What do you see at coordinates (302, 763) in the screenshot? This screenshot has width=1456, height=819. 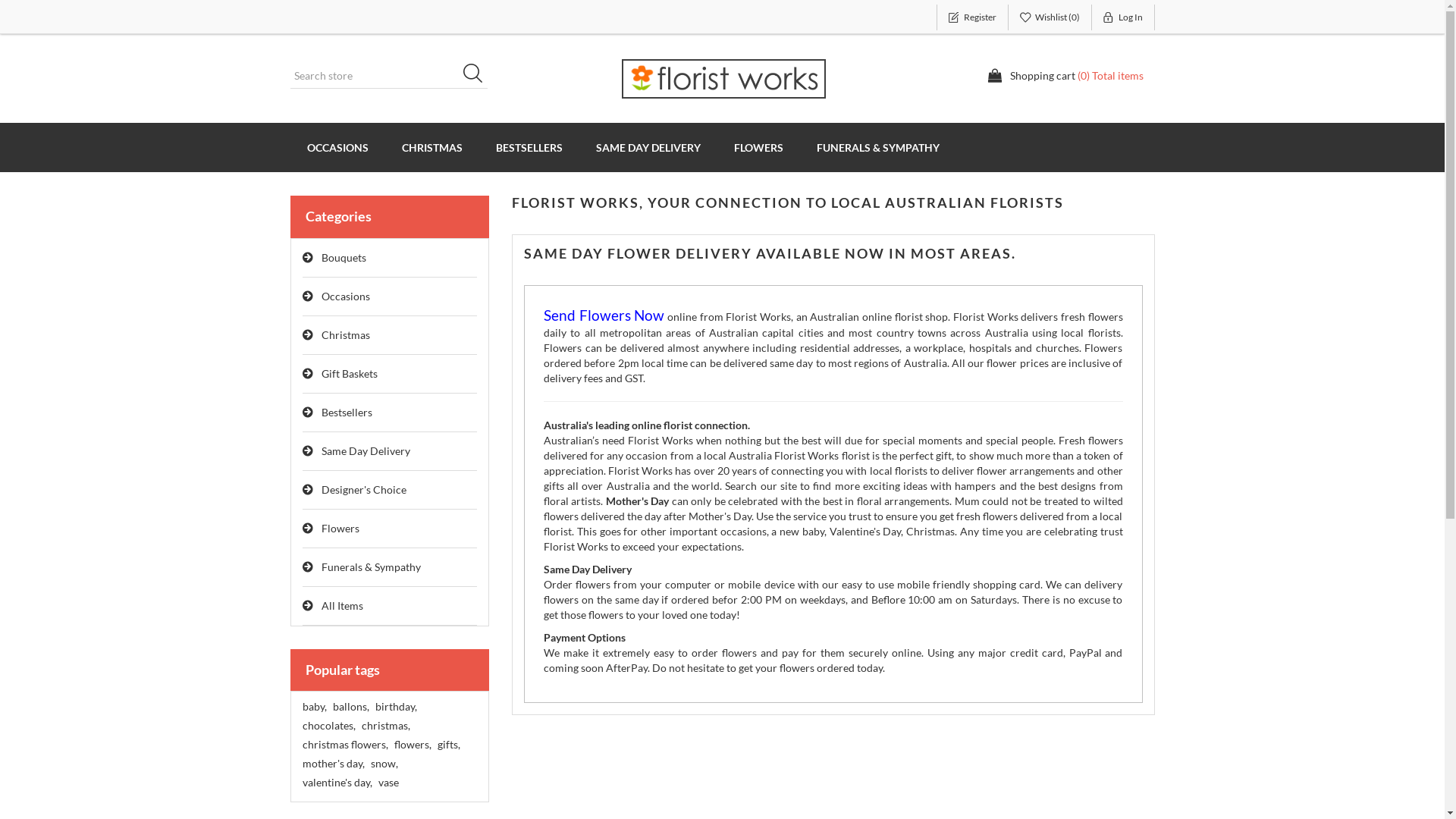 I see `'mother's day,'` at bounding box center [302, 763].